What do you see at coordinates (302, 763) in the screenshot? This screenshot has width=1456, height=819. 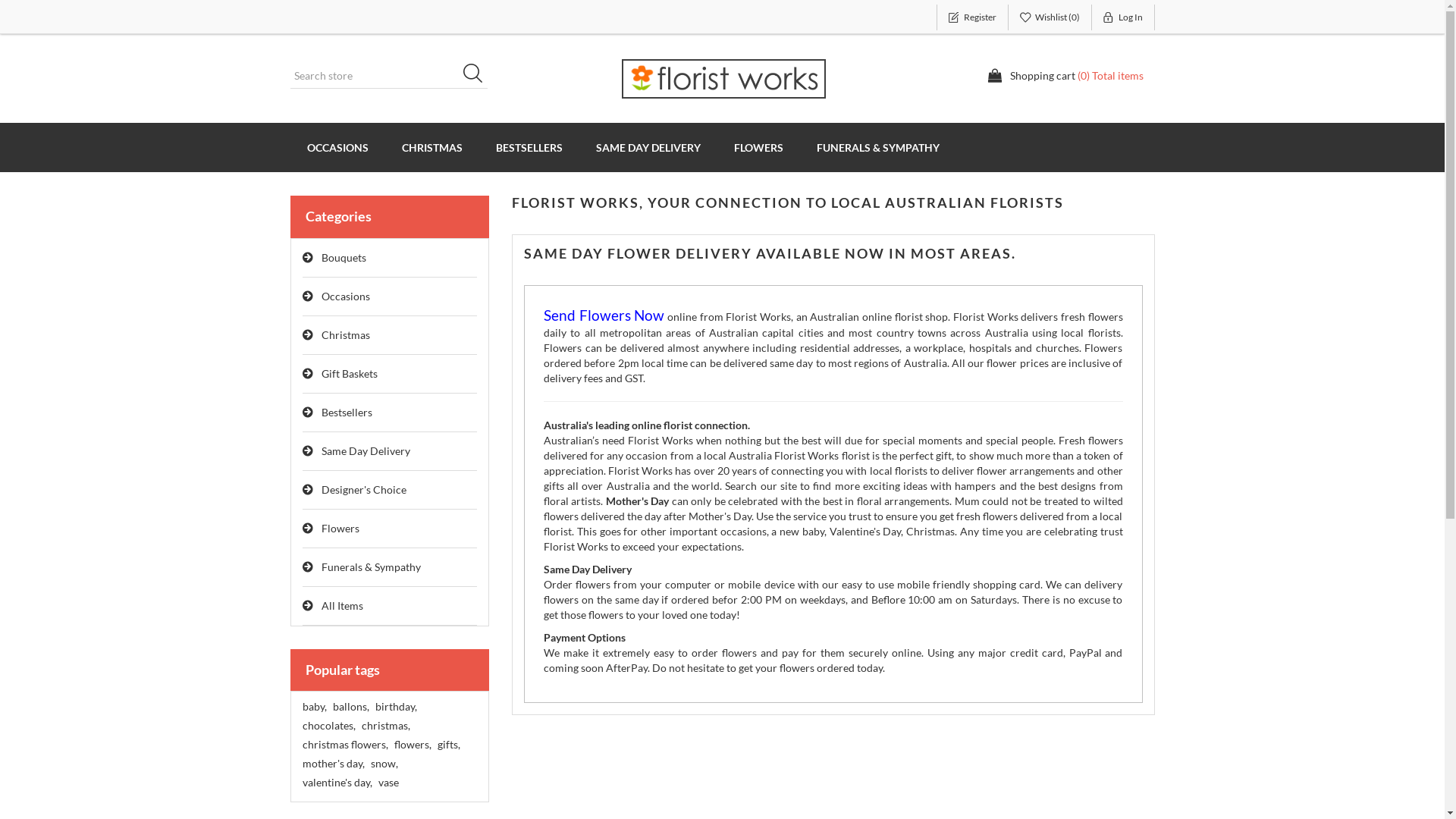 I see `'mother's day,'` at bounding box center [302, 763].